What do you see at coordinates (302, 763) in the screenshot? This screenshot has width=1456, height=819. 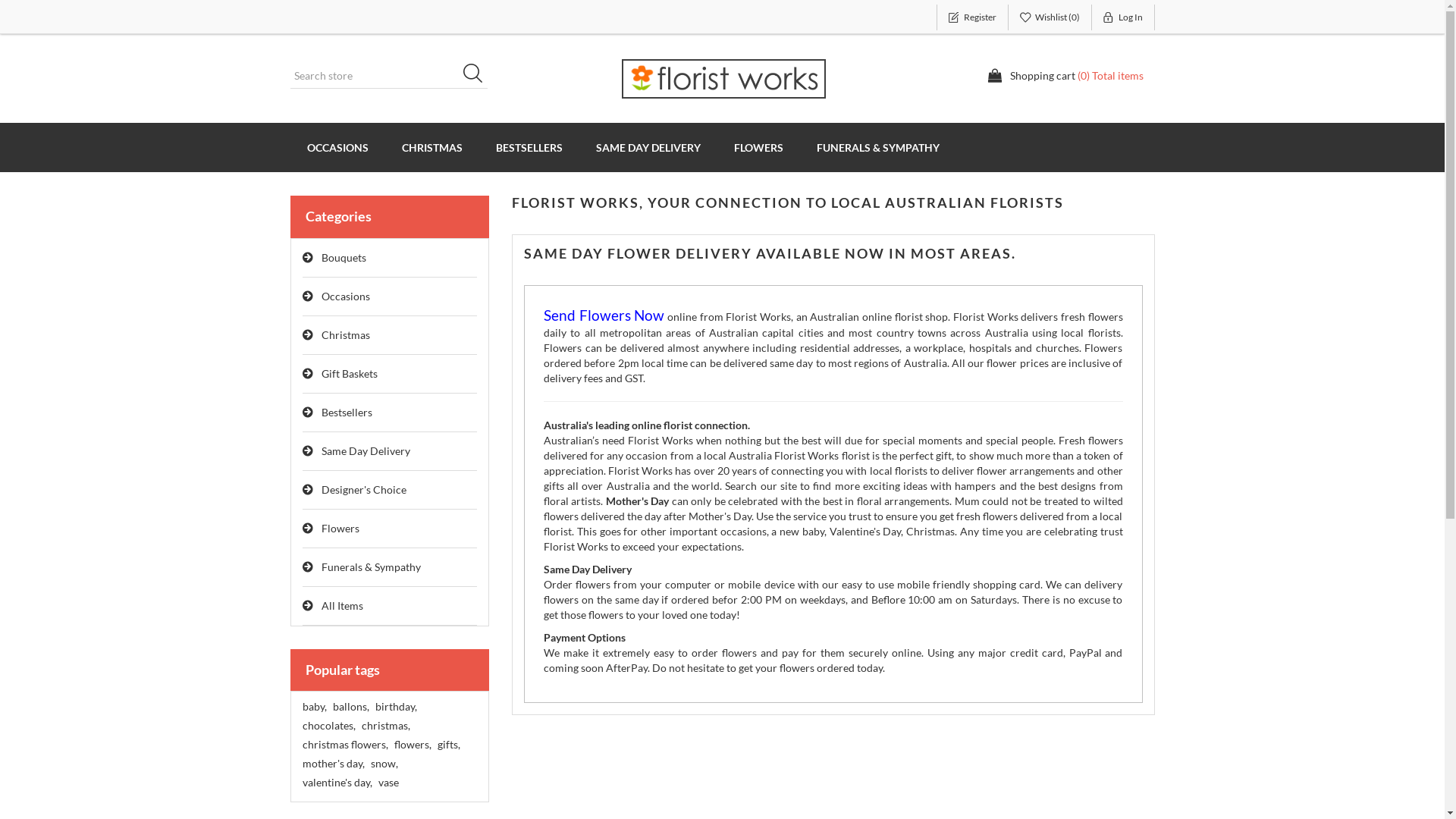 I see `'mother's day,'` at bounding box center [302, 763].